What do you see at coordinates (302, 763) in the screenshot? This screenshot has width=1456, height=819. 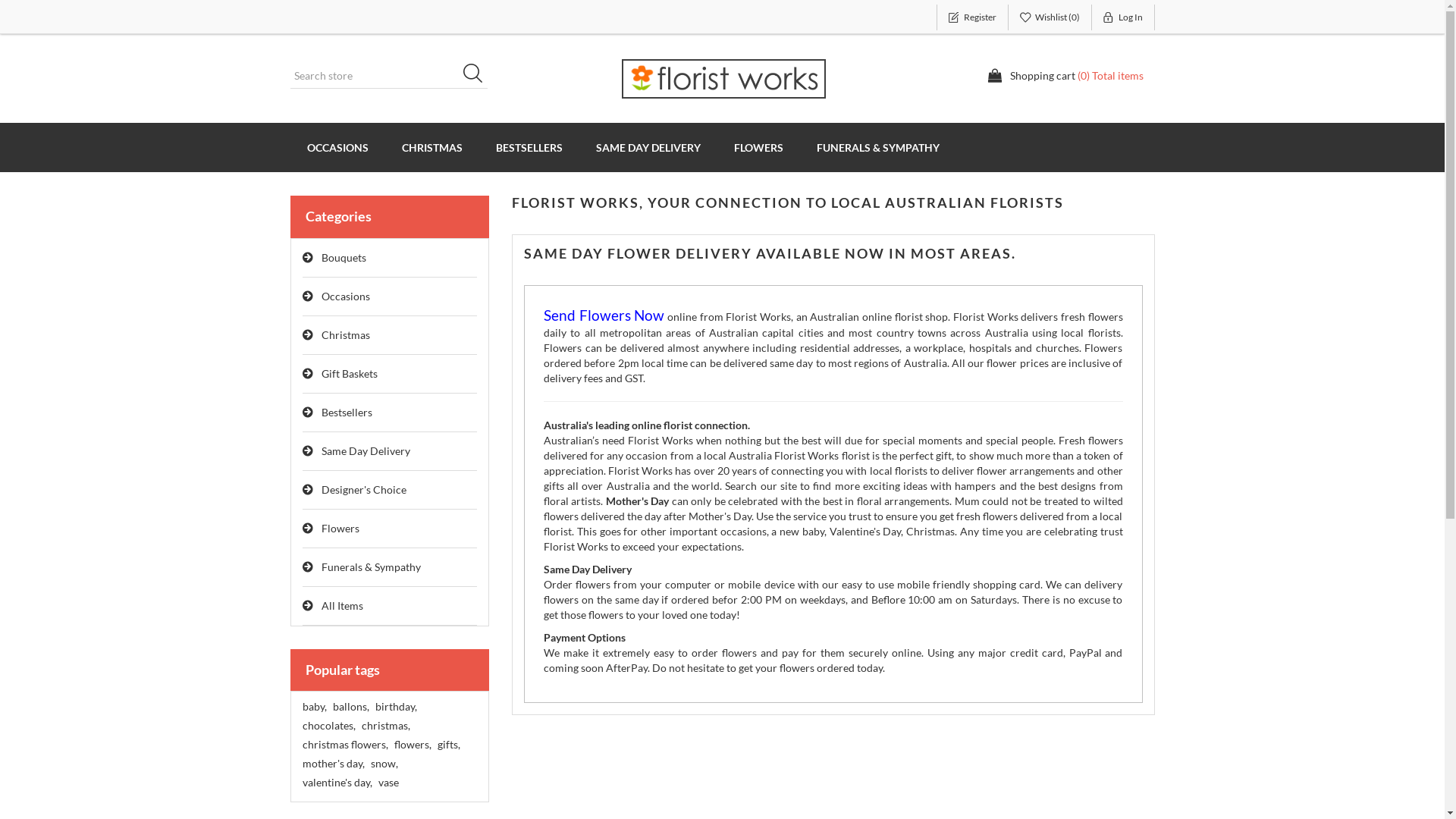 I see `'mother's day,'` at bounding box center [302, 763].